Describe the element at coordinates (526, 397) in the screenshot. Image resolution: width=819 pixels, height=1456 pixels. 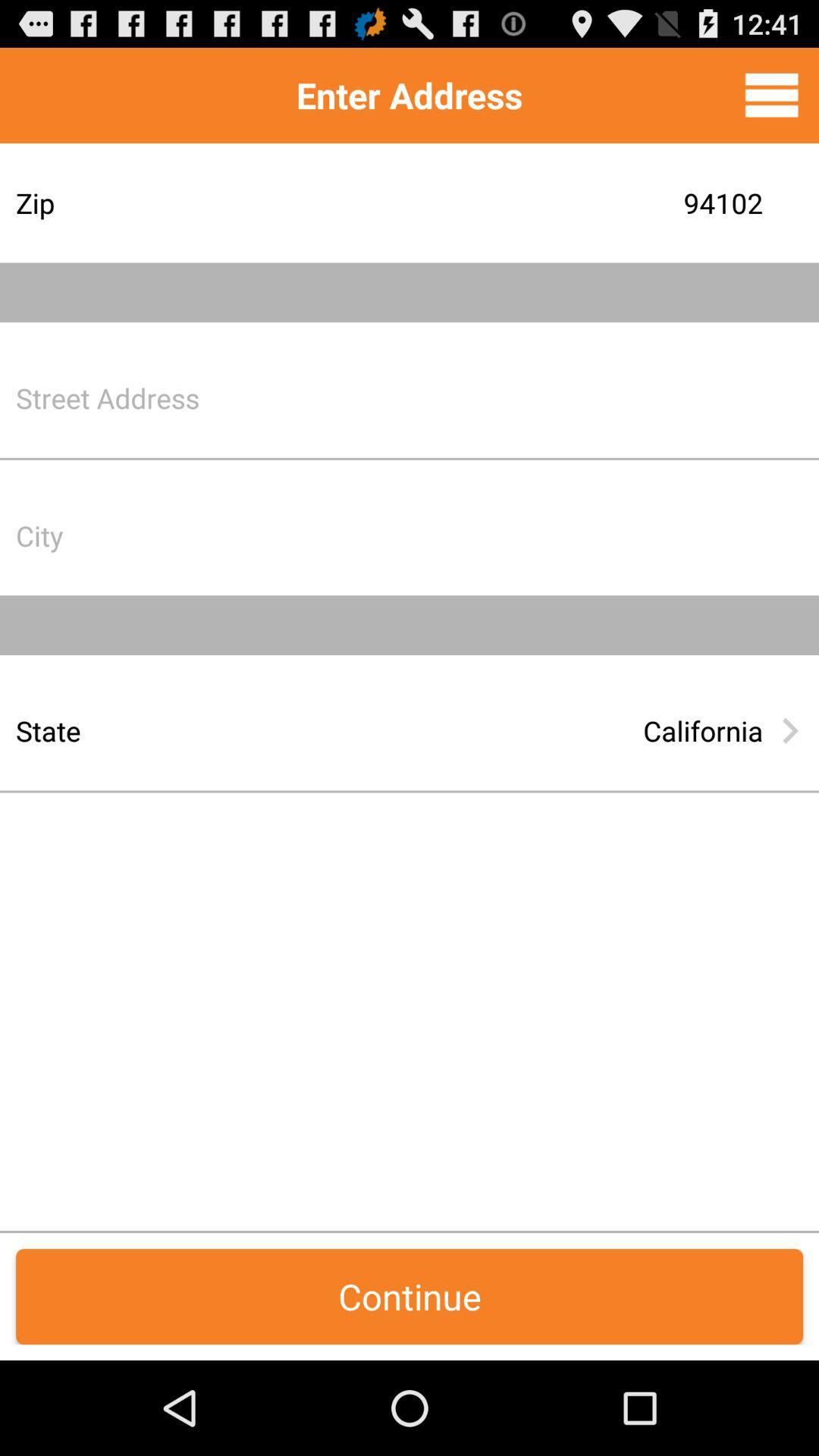
I see `put the address` at that location.